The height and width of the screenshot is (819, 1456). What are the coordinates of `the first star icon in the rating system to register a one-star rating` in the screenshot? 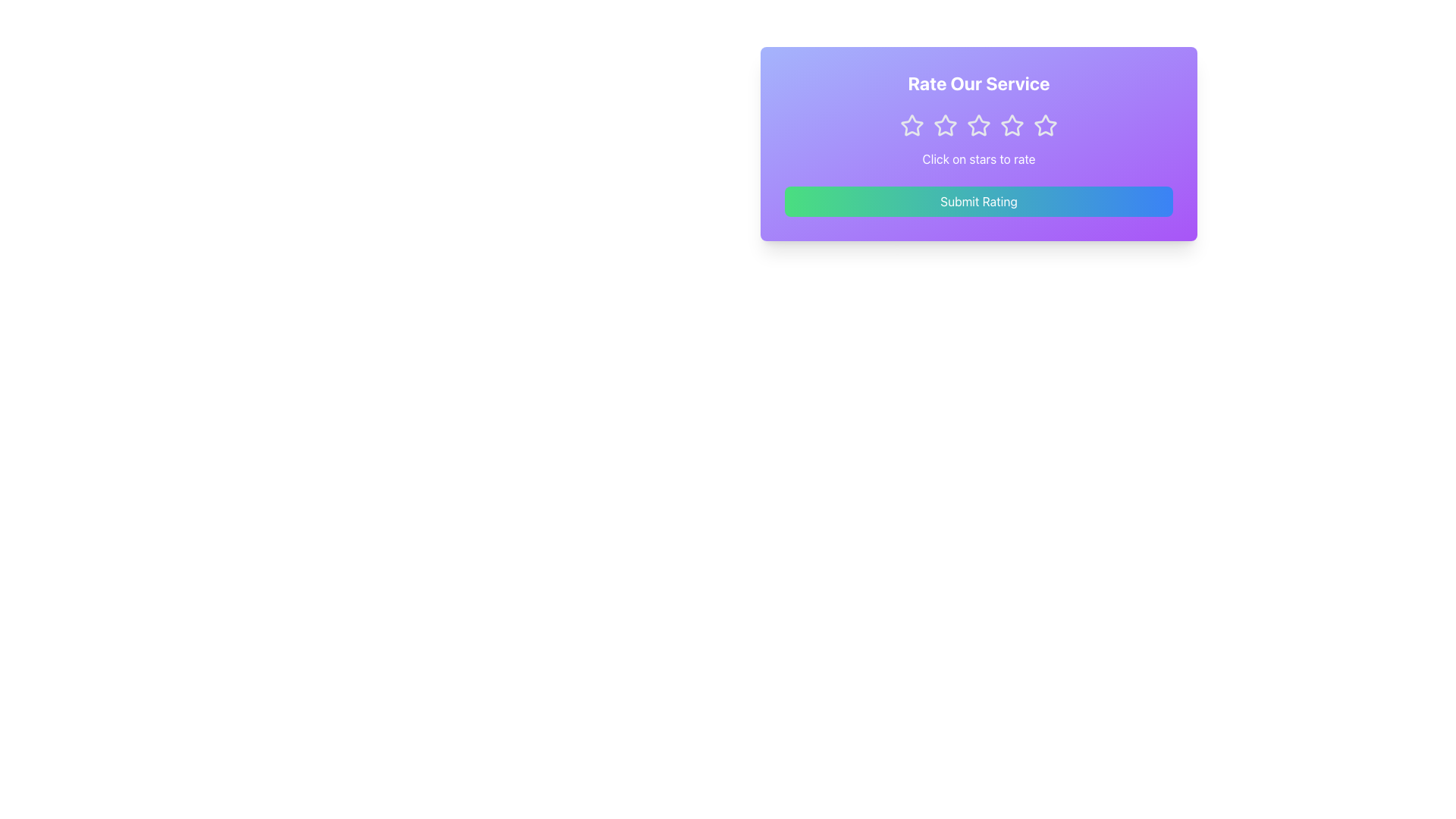 It's located at (912, 124).